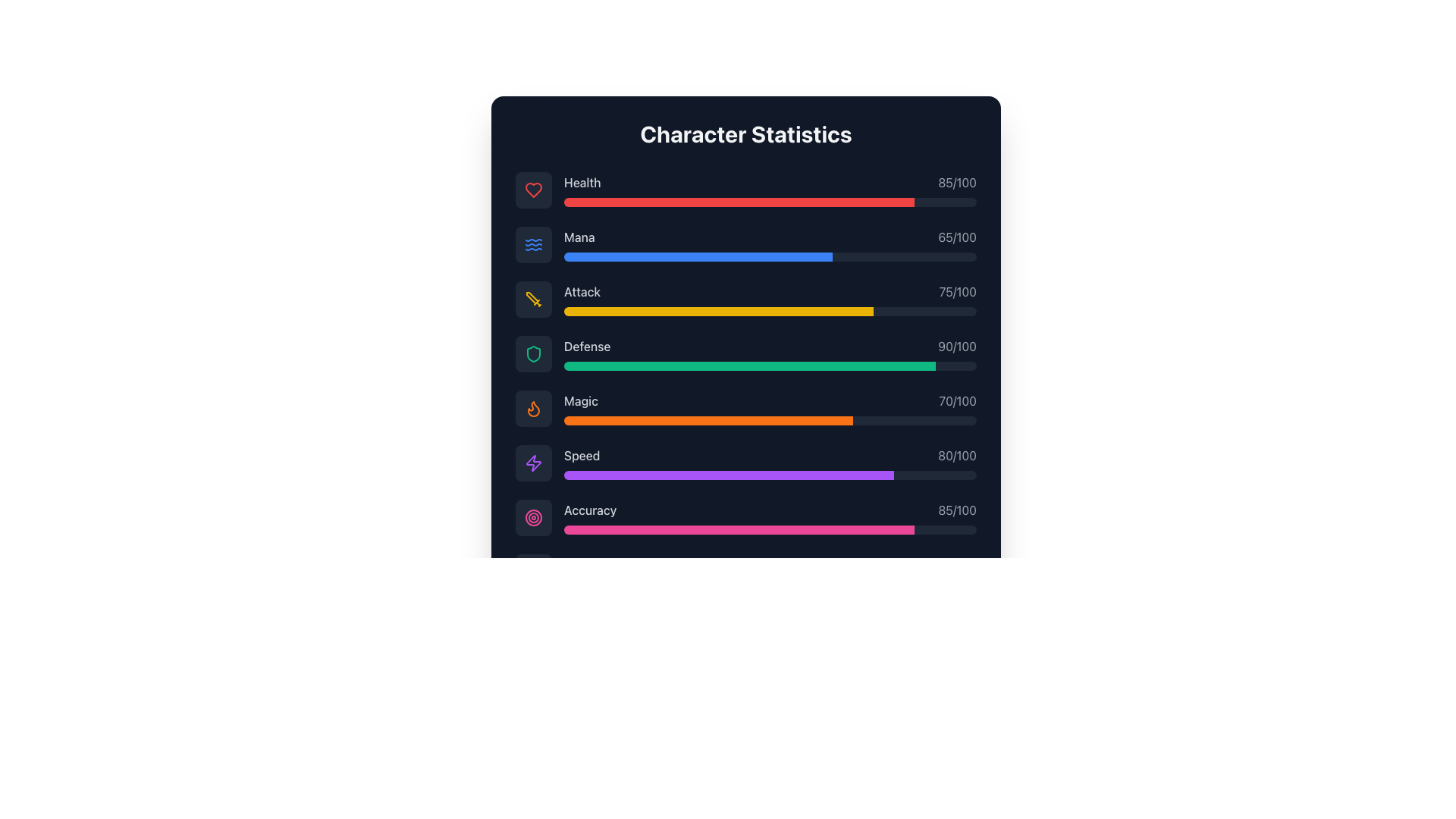  What do you see at coordinates (770, 311) in the screenshot?
I see `the progress bar indicating the 'Attack' statistic, which visually displays the current score of 75 out of 100, located in the center region of the interface between the label 'Attack' and the value '75/100'` at bounding box center [770, 311].